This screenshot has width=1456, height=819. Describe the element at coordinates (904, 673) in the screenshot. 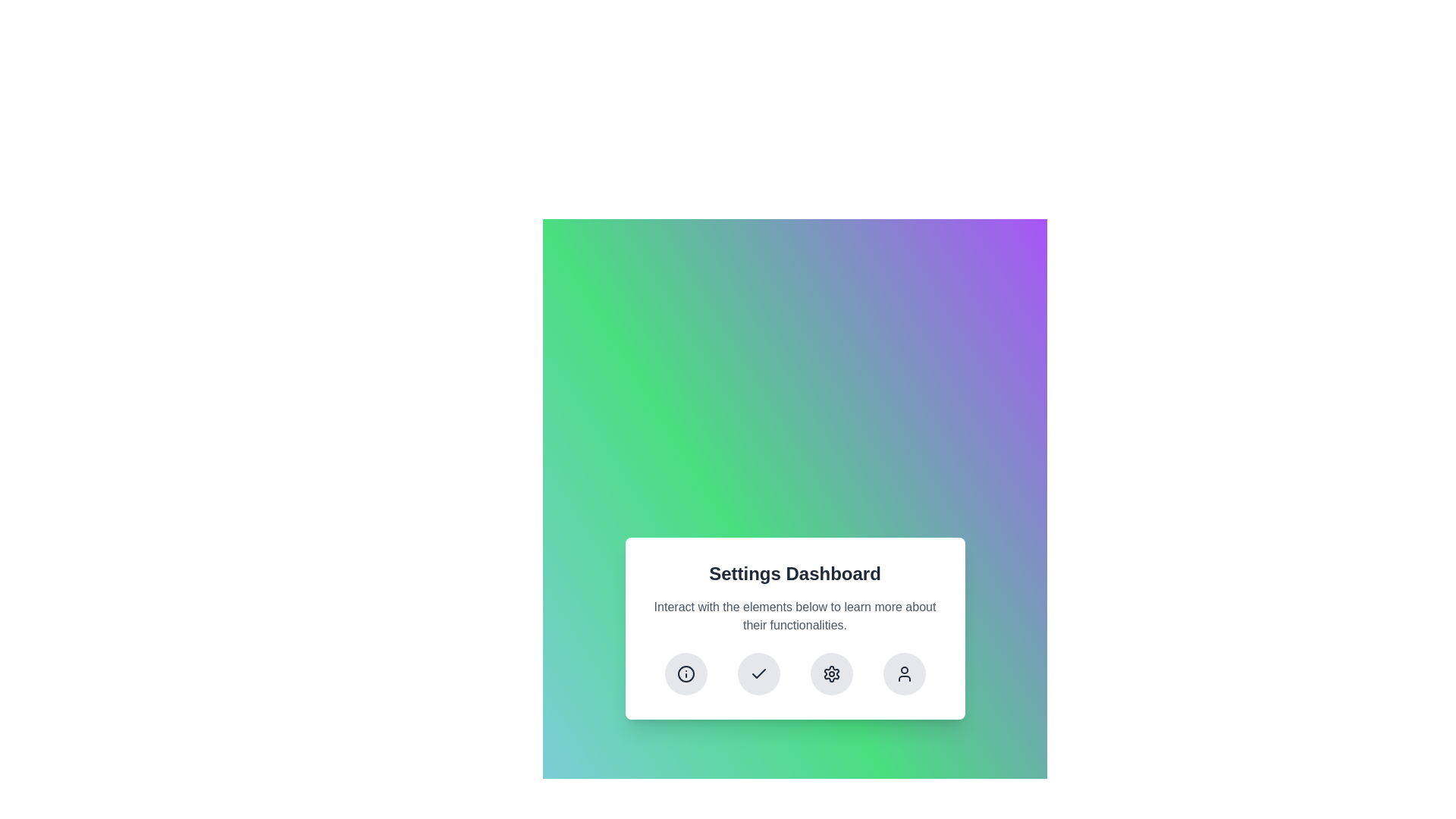

I see `the circular button with a user silhouette icon, which is the fourth button in a horizontally aligned group within a white card component` at that location.